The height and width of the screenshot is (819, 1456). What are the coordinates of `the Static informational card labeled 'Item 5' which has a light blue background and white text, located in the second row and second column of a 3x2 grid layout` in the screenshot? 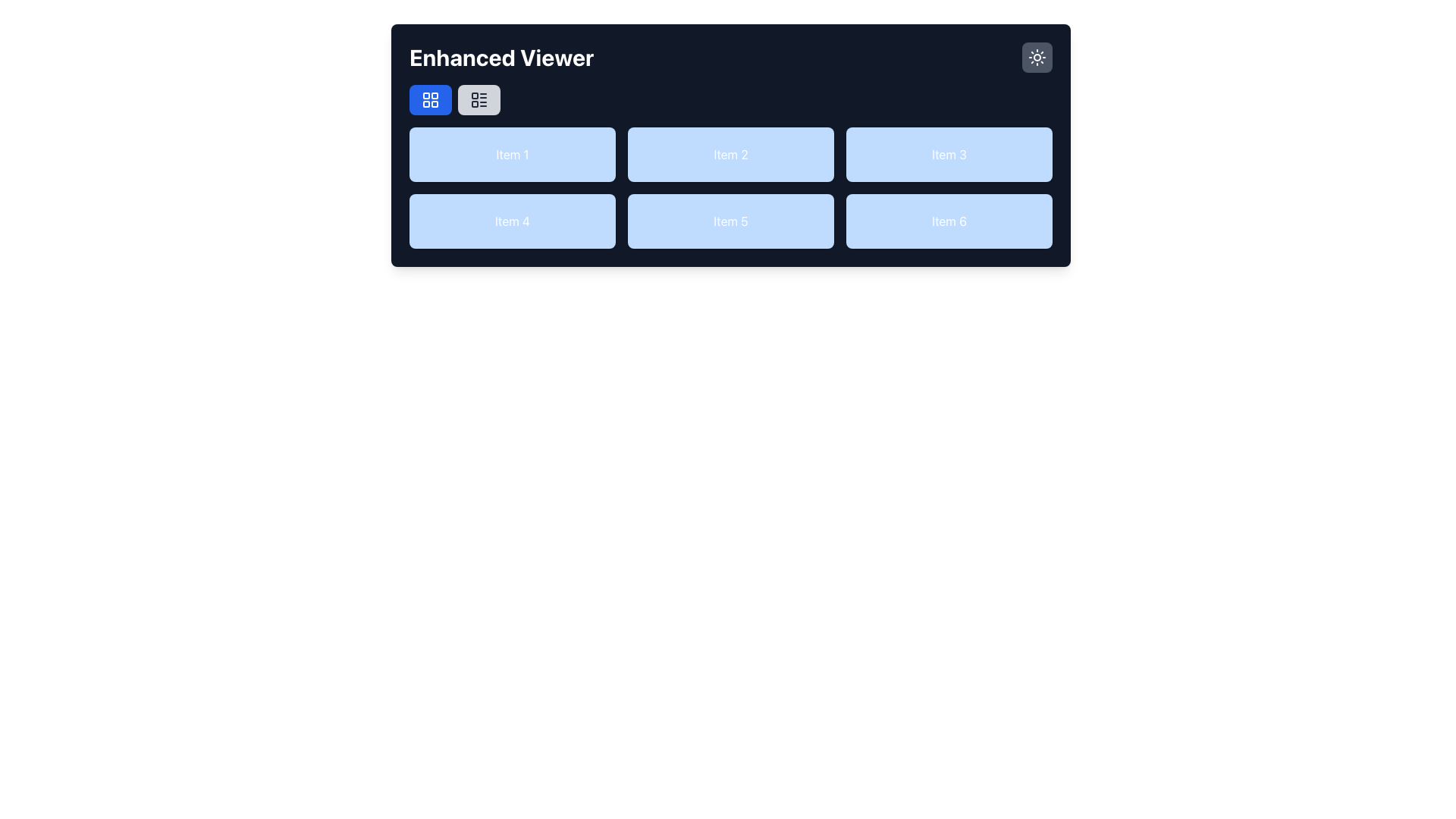 It's located at (731, 221).